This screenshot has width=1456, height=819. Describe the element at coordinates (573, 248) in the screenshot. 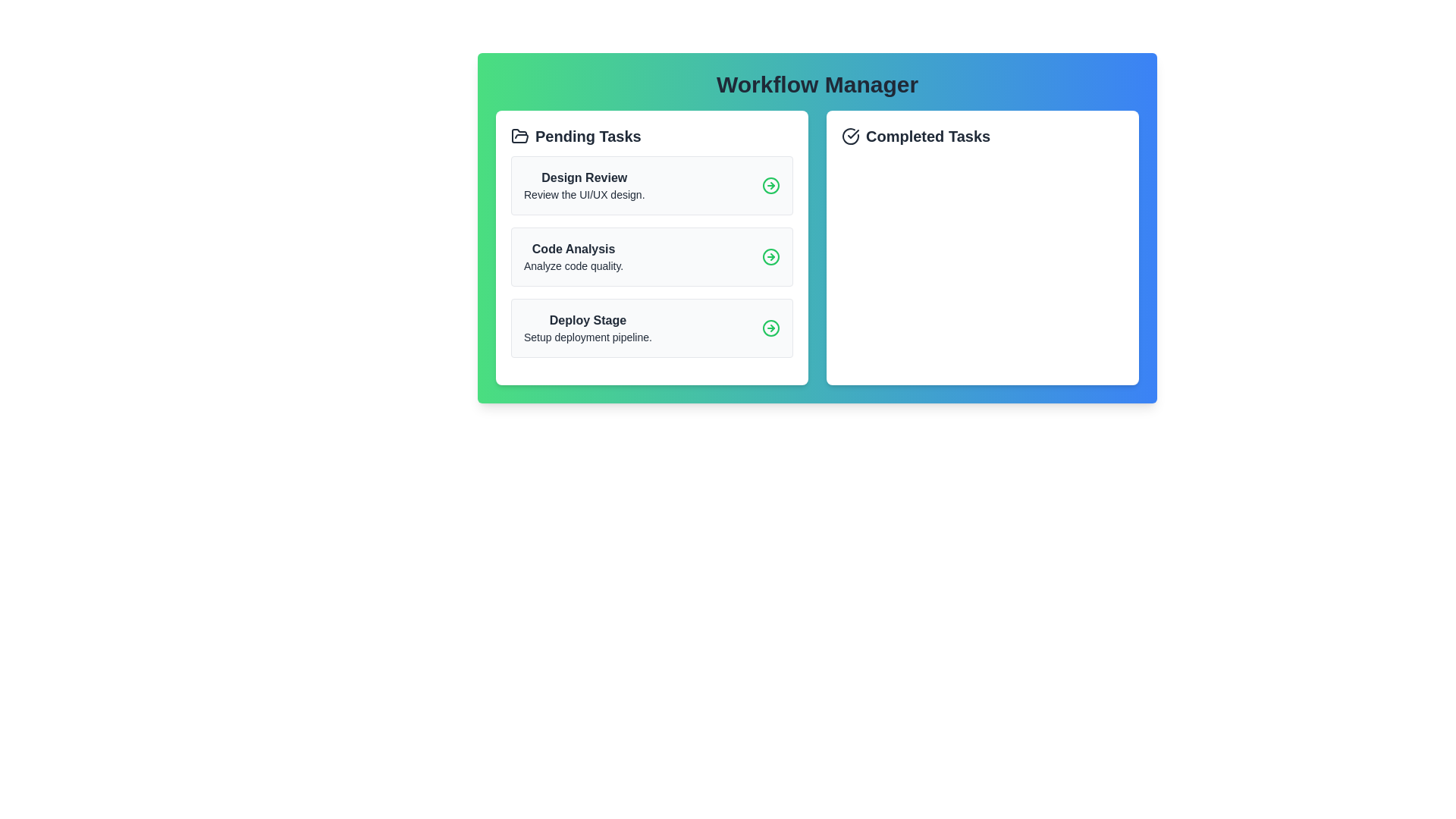

I see `the static text element that serves as a title or heading for the task related to analyzing code quality, positioned above the sibling text 'Analyze code quality.' in the 'Pending Tasks' section of the 'Workflow Manager' interface` at that location.